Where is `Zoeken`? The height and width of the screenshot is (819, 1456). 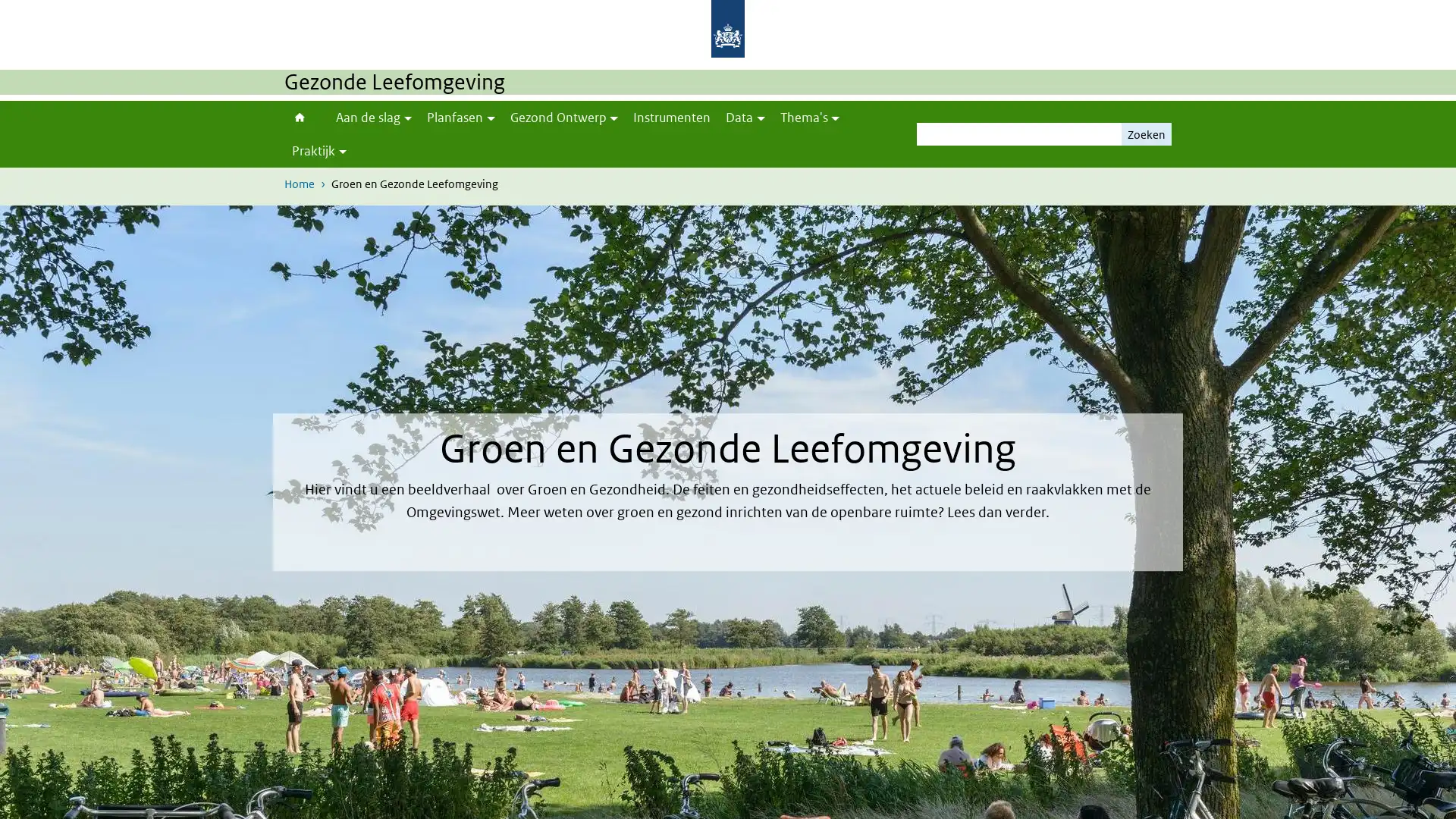 Zoeken is located at coordinates (1147, 133).